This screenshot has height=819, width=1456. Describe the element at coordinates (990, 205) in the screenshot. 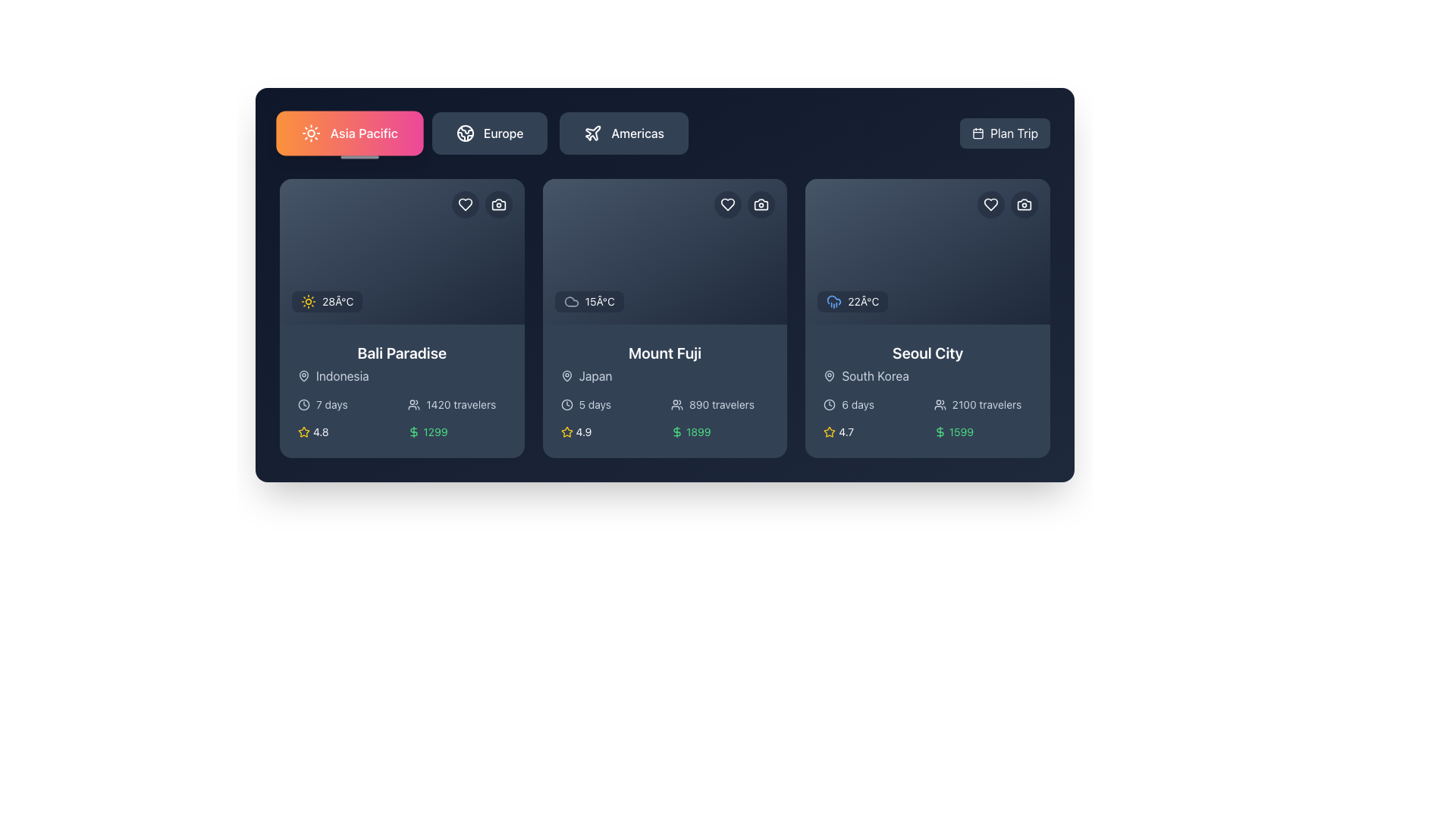

I see `the heart icon in the circular button at the top right corner of the 'Seoul City' card` at that location.